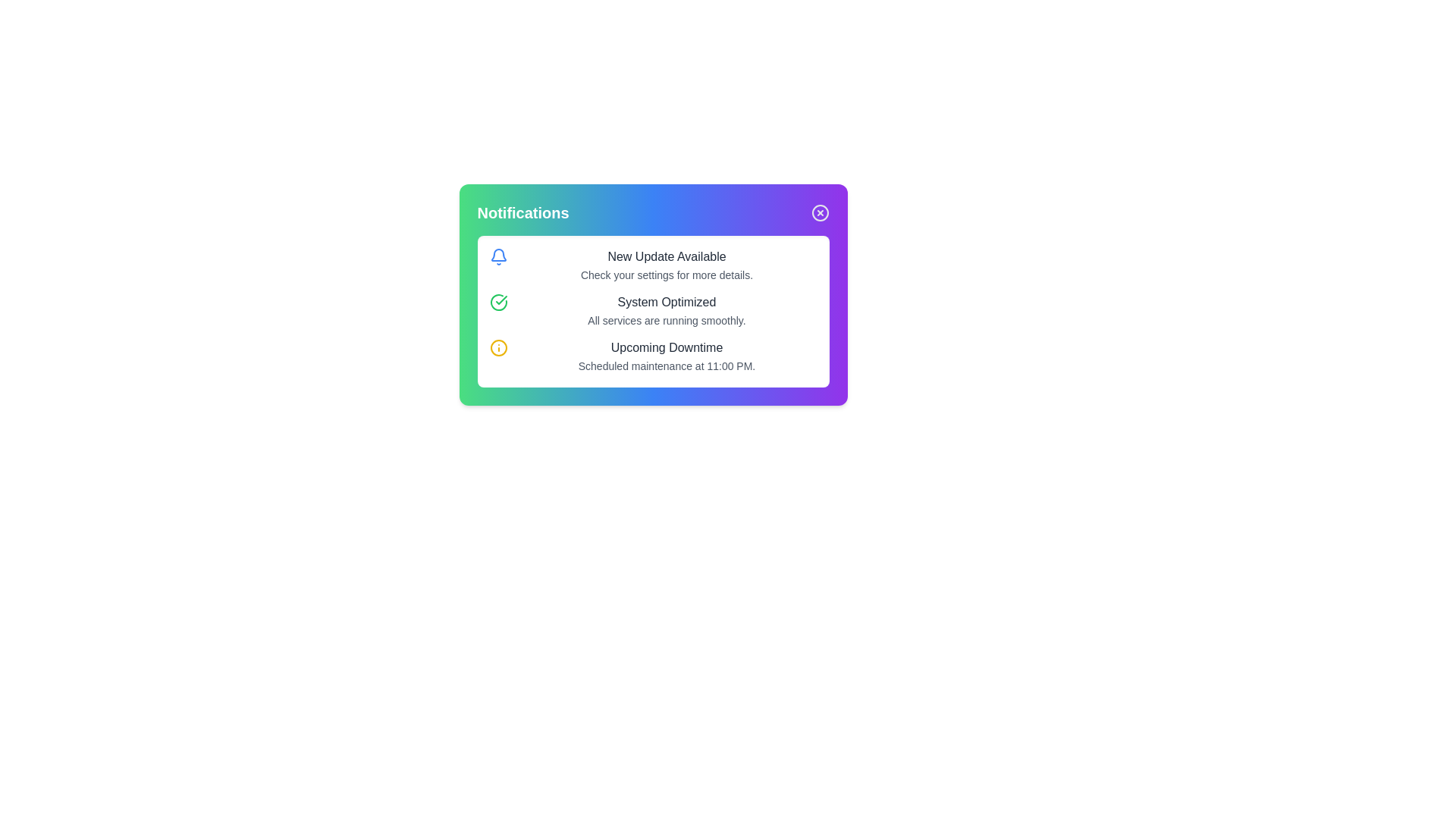 This screenshot has height=819, width=1456. What do you see at coordinates (819, 213) in the screenshot?
I see `Circle graphic SVG element located in the top-right corner of the notifications panel for debugging purposes` at bounding box center [819, 213].